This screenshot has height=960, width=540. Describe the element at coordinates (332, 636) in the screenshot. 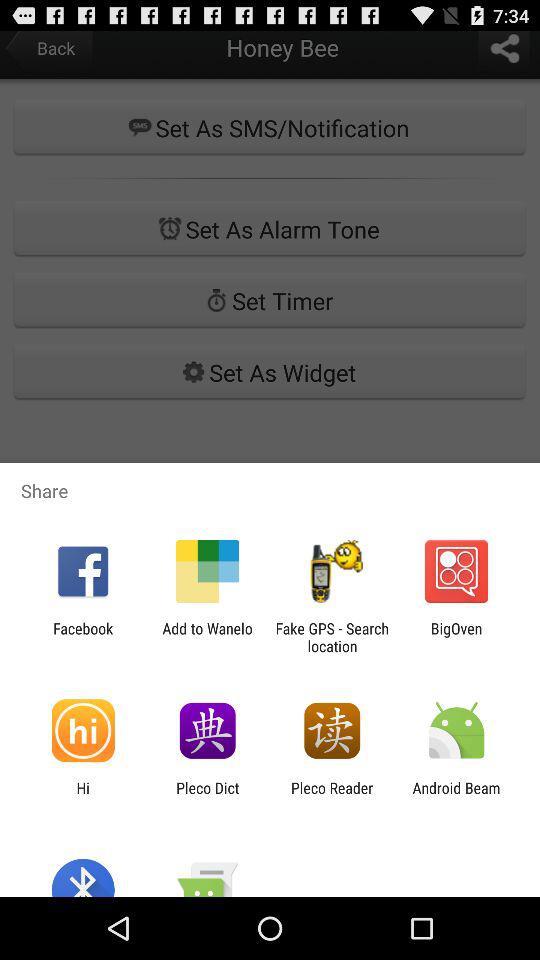

I see `app to the right of add to wanelo app` at that location.